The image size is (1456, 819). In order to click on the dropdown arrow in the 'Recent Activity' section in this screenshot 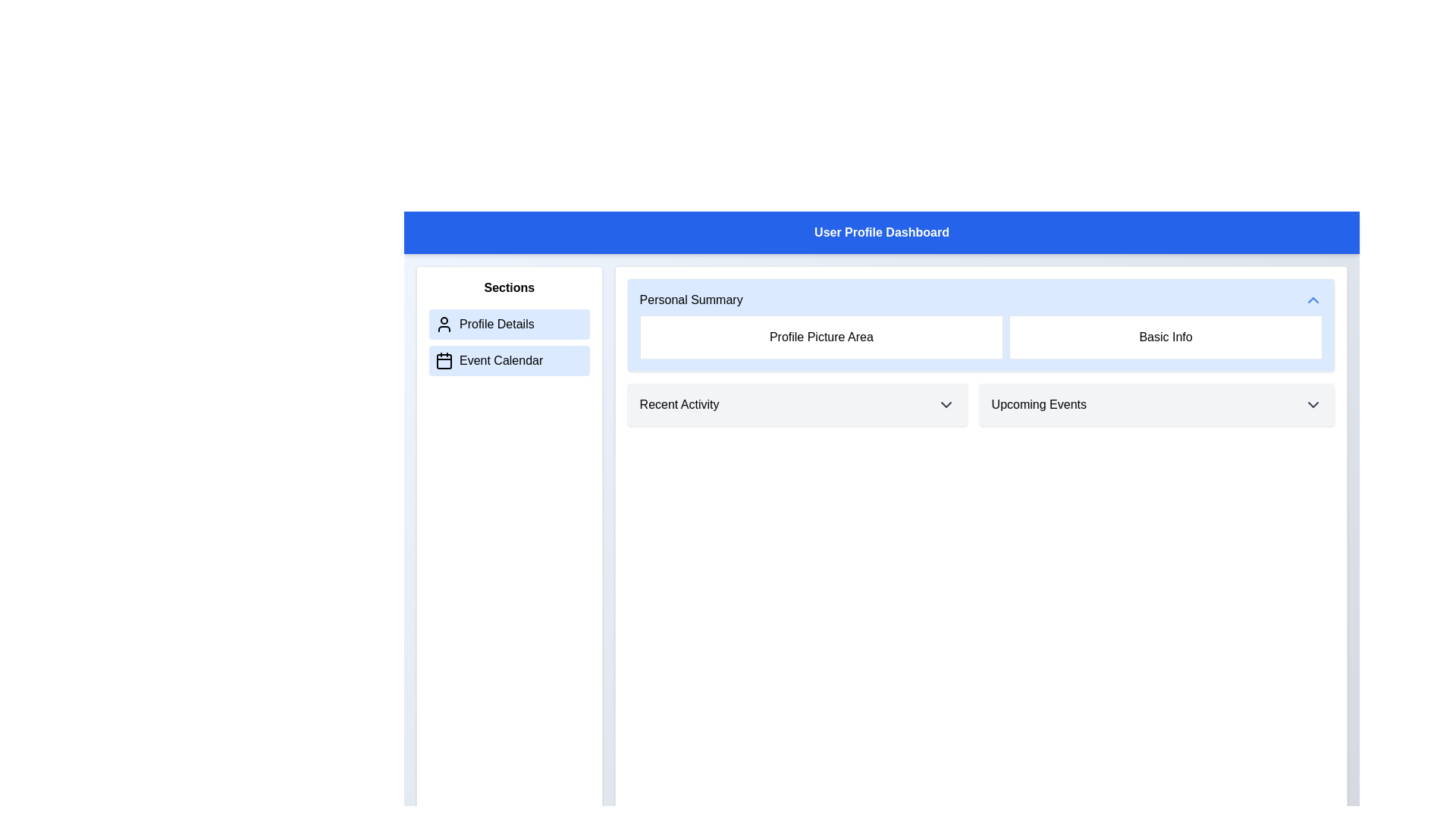, I will do `click(796, 403)`.